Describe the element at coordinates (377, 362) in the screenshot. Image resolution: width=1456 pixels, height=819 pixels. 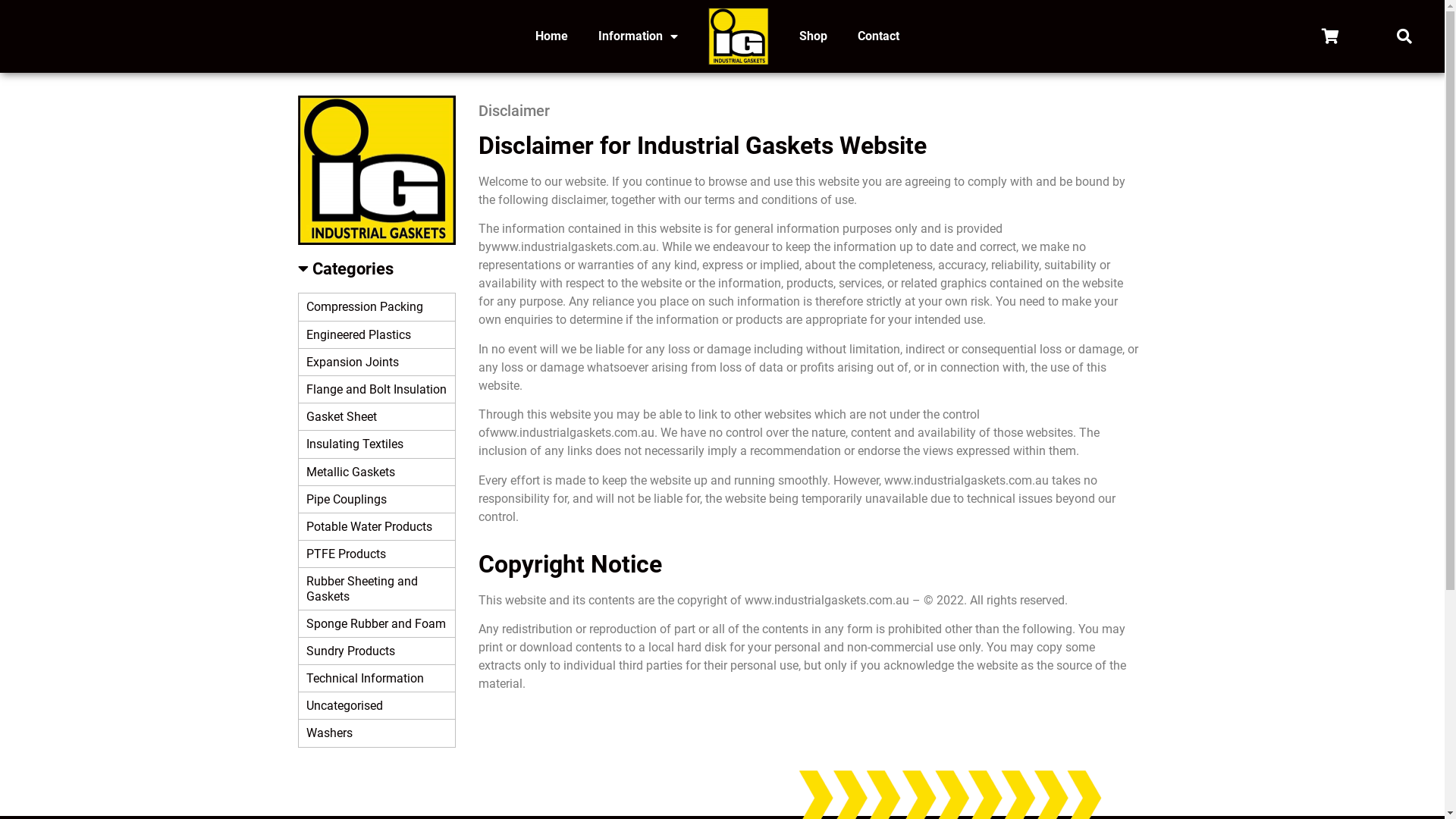
I see `'Expansion Joints'` at that location.